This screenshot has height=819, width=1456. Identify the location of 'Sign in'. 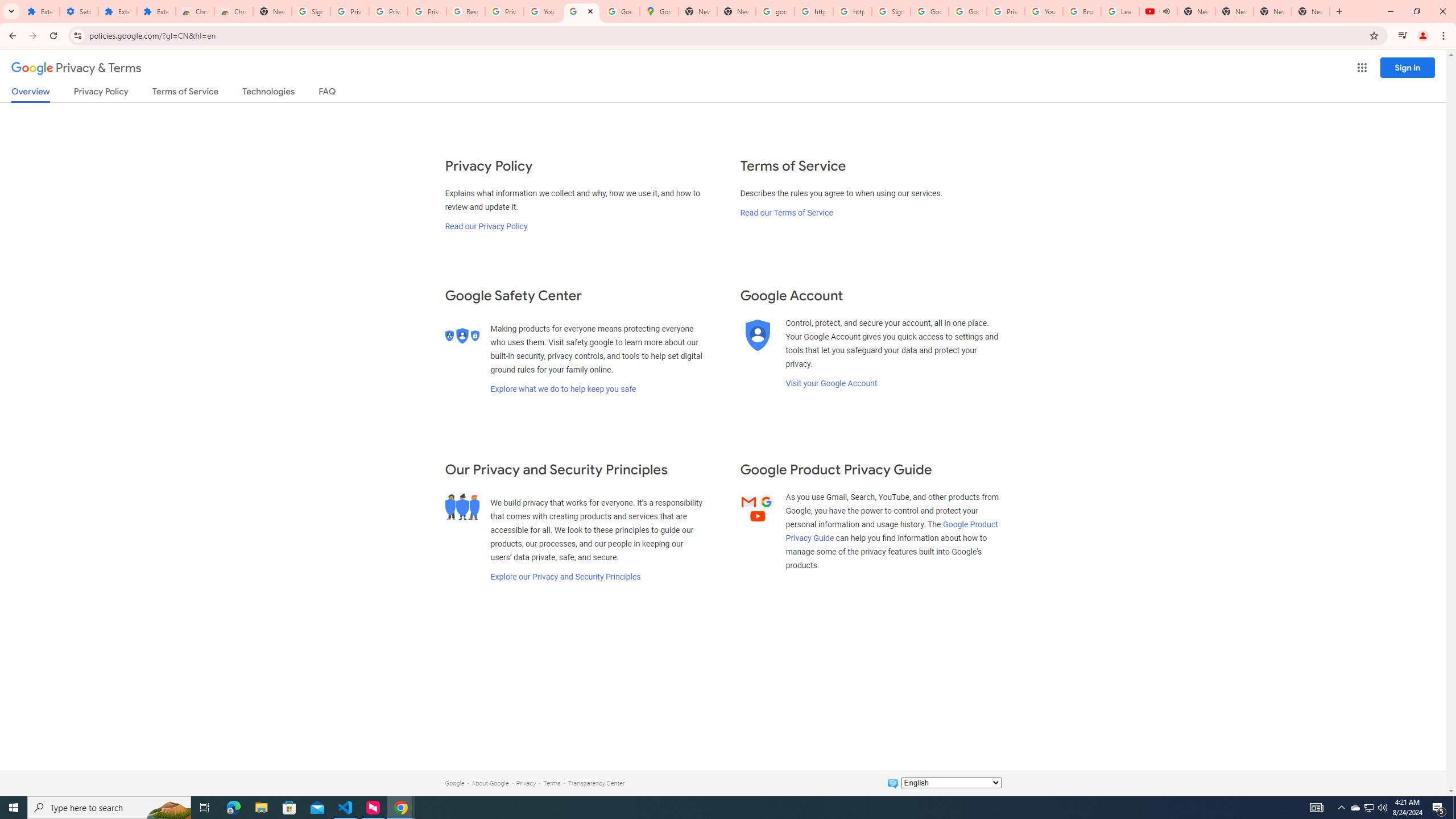
(1407, 67).